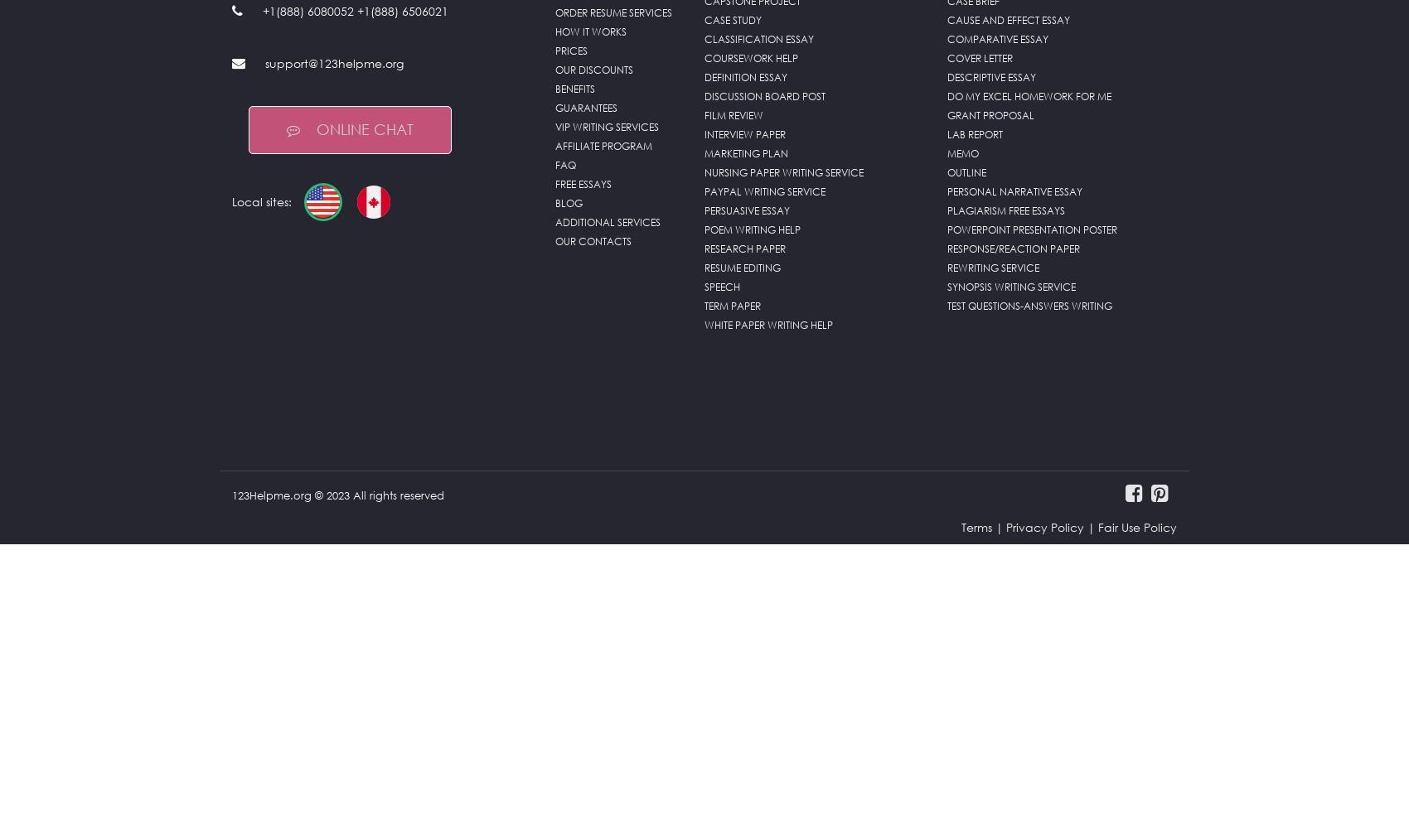 The width and height of the screenshot is (1409, 840). Describe the element at coordinates (764, 191) in the screenshot. I see `'PayPal Writing Service'` at that location.